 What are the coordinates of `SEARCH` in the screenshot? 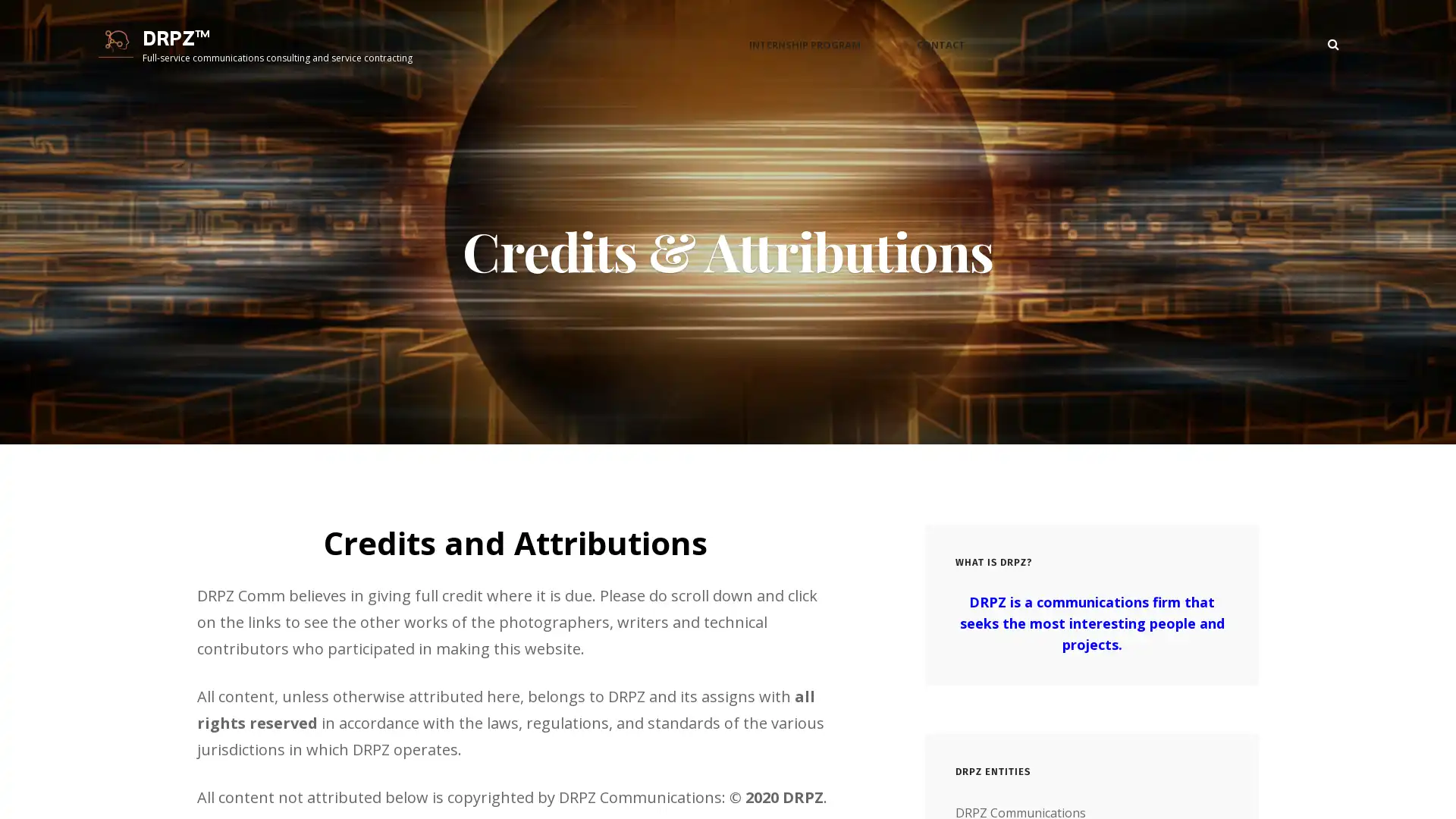 It's located at (1332, 48).